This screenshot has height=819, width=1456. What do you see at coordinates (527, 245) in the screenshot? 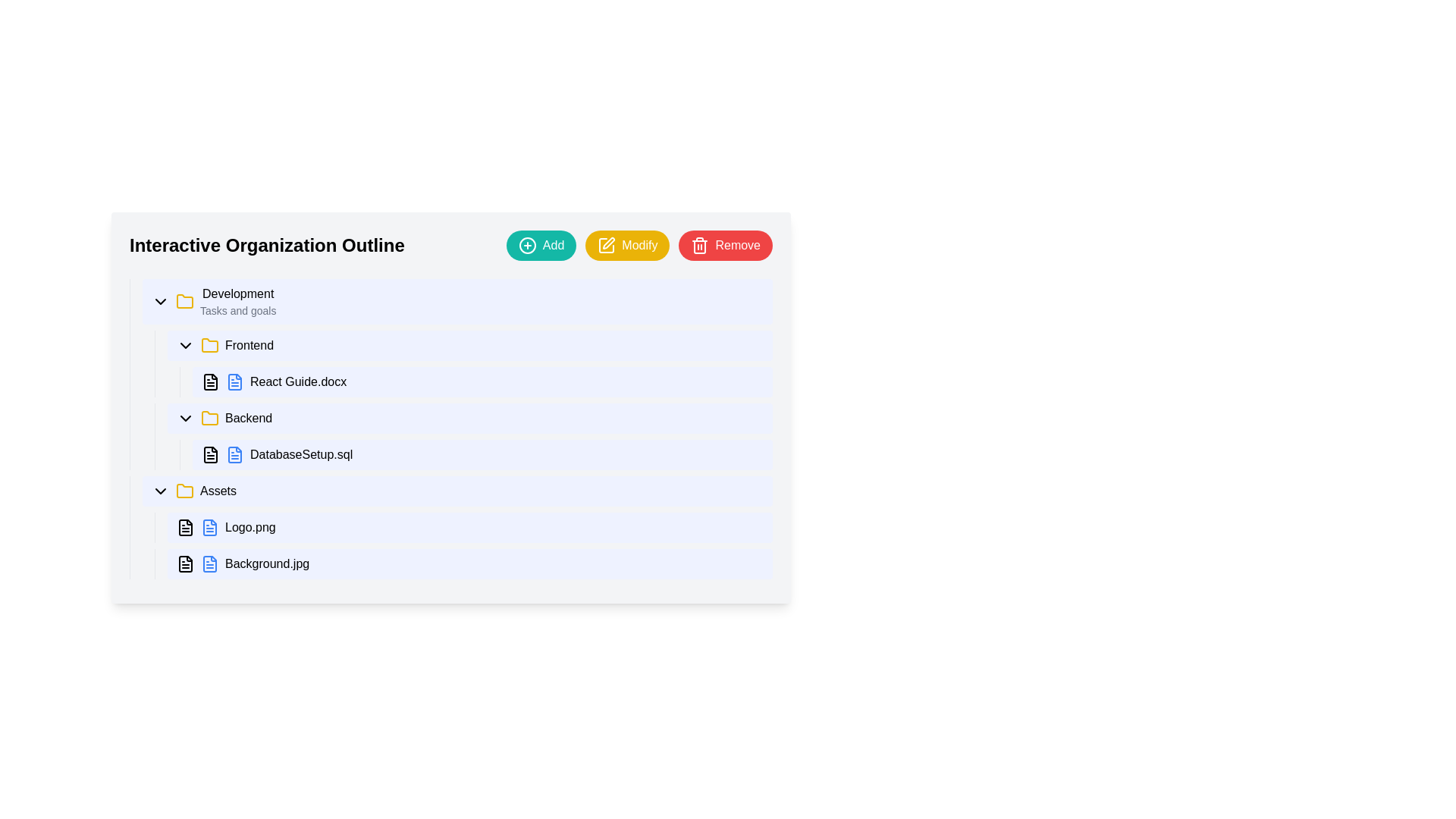
I see `the 'Add' button, which features a decorative circle with a plus sign icon located to the left of the button's text` at bounding box center [527, 245].